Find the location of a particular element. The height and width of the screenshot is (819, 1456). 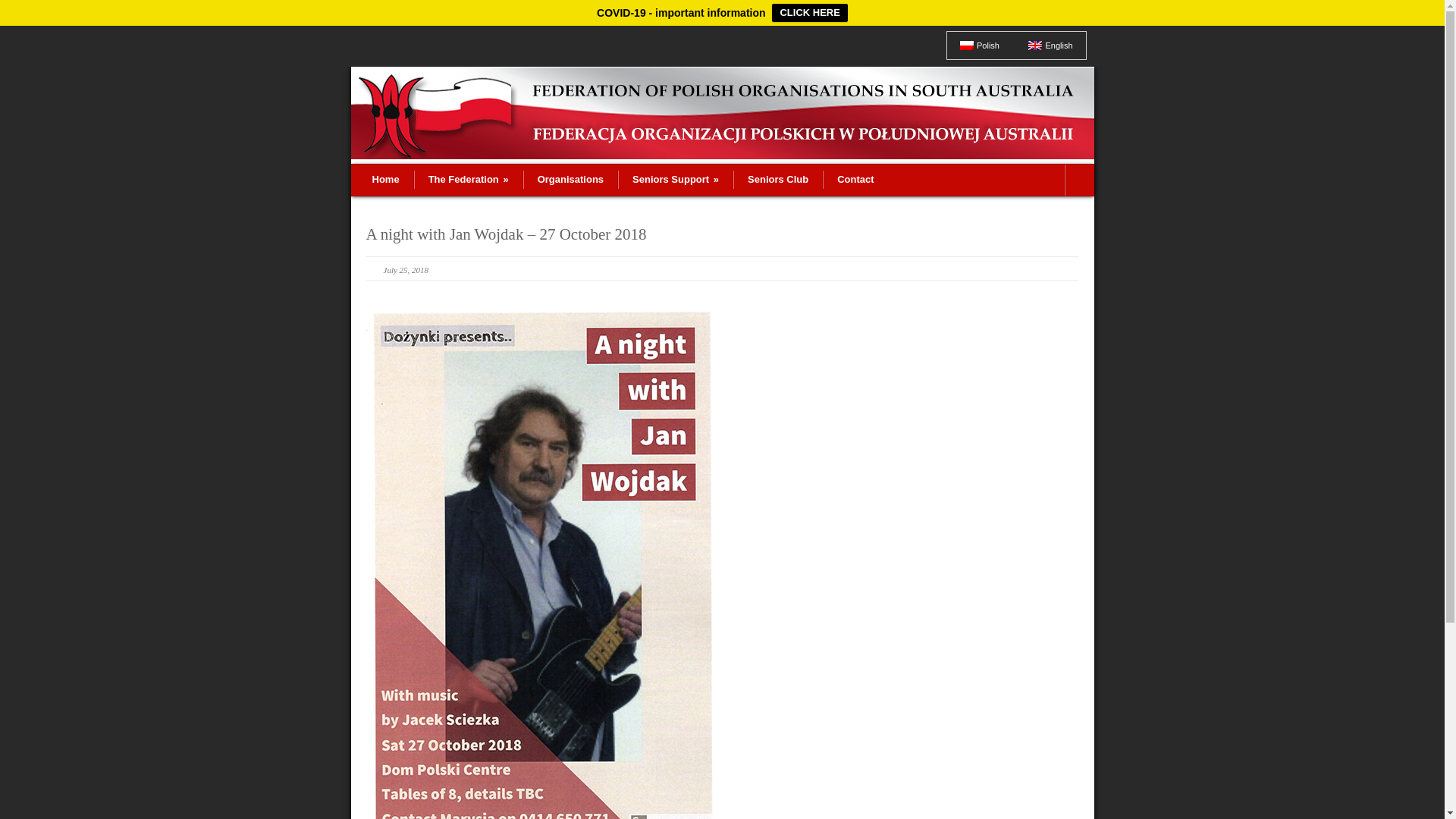

'CLICK HERE' is located at coordinates (808, 12).